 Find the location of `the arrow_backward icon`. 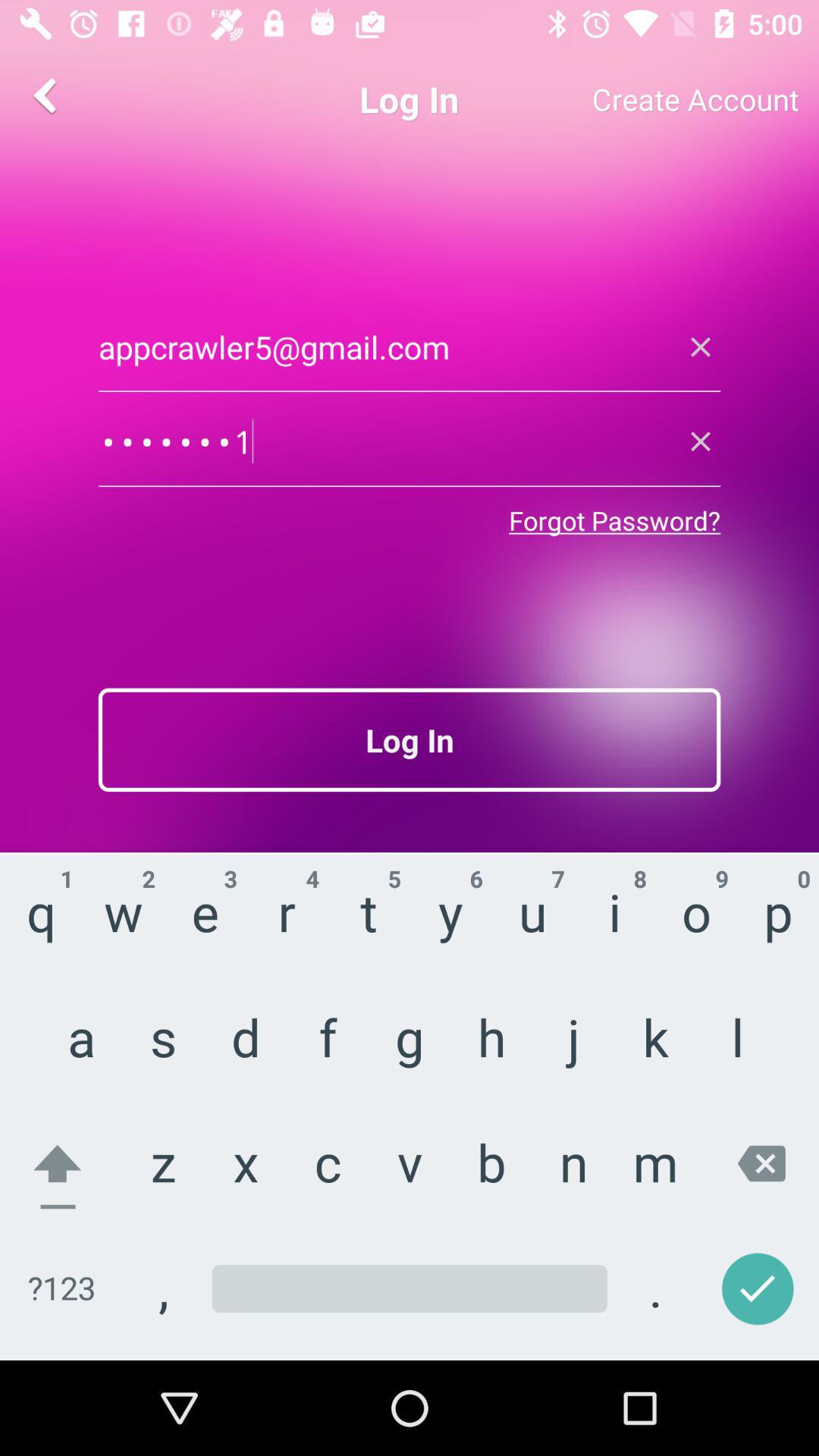

the arrow_backward icon is located at coordinates (45, 93).